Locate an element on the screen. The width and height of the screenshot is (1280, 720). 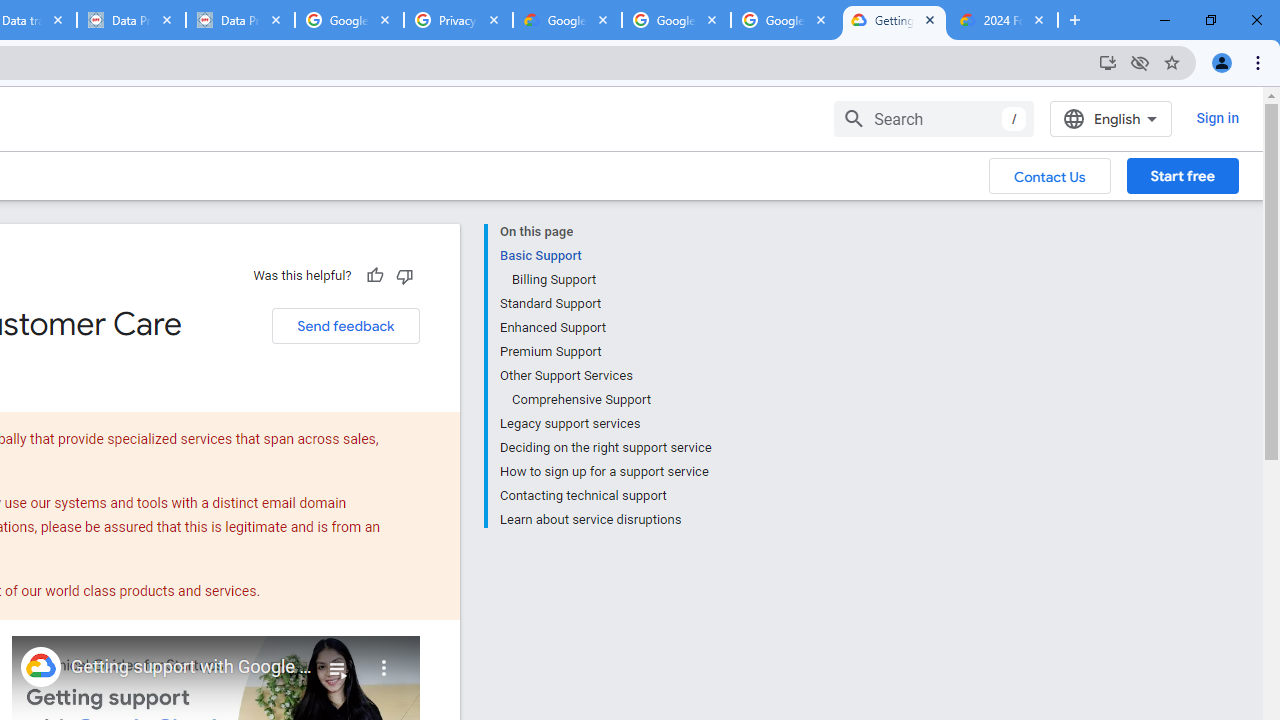
'Comprehensive Support' is located at coordinates (610, 399).